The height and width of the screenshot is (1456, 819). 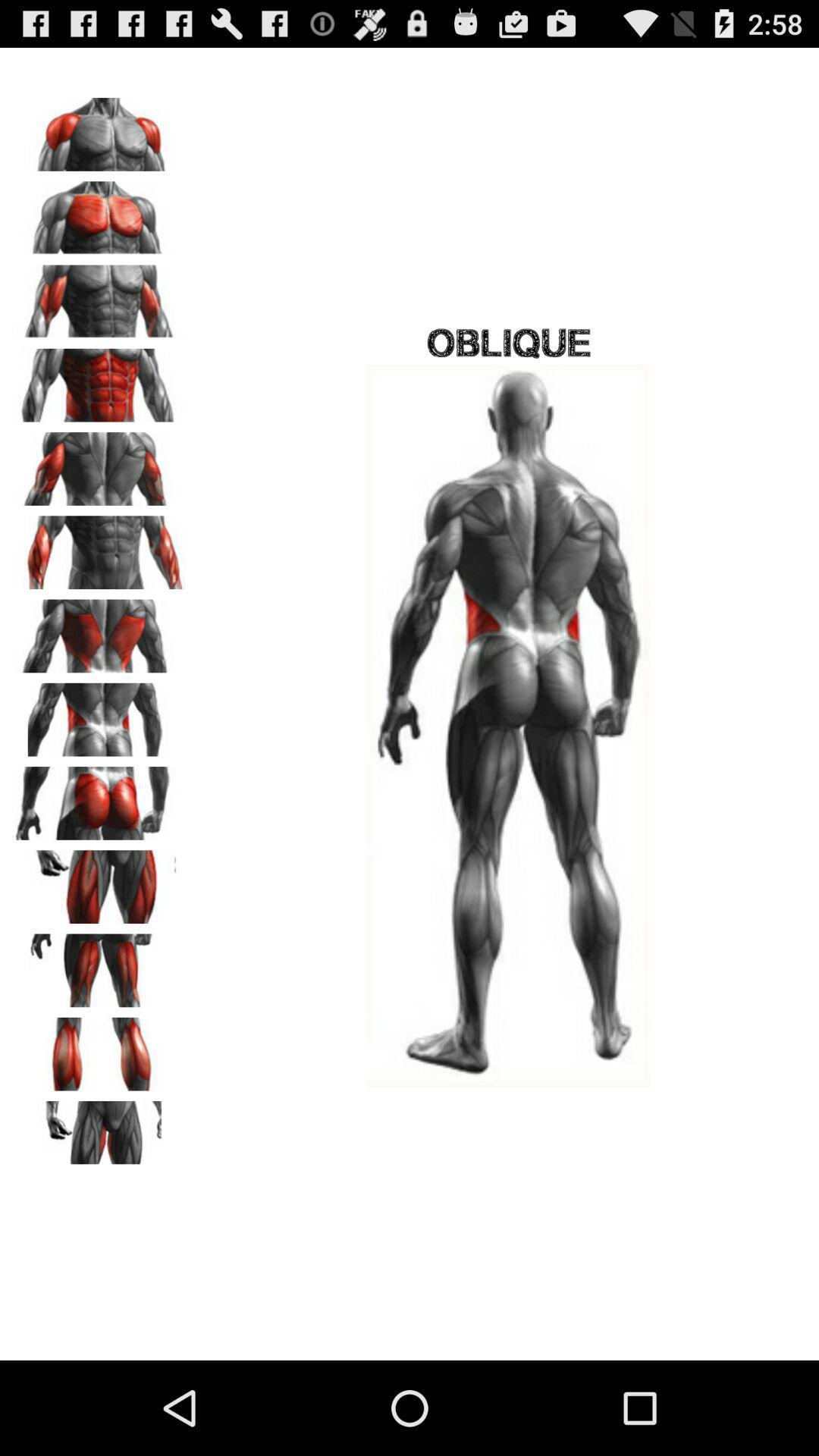 What do you see at coordinates (99, 631) in the screenshot?
I see `body part back` at bounding box center [99, 631].